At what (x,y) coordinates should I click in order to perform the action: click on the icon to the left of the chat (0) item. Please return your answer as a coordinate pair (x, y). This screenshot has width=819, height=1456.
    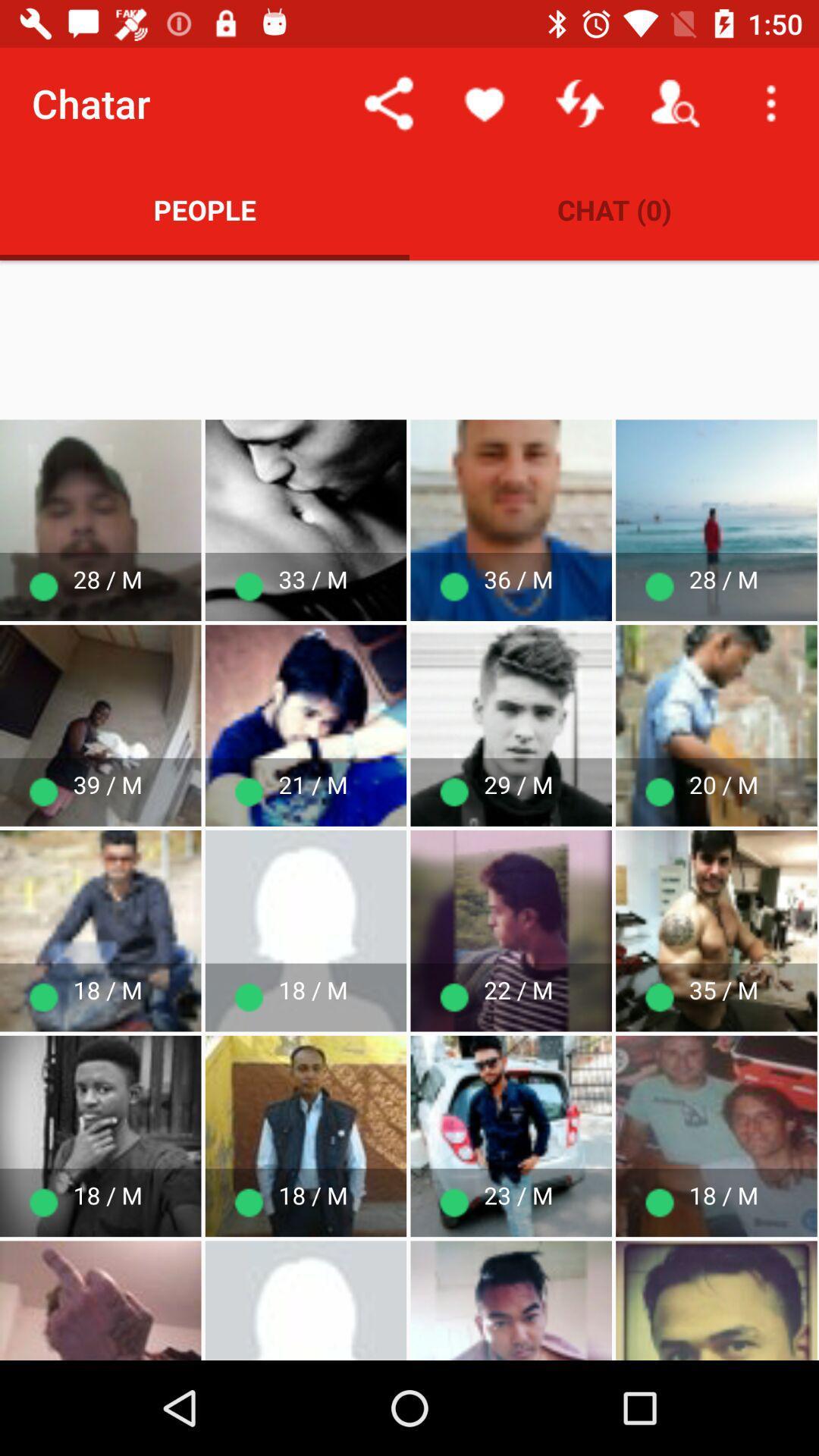
    Looking at the image, I should click on (205, 209).